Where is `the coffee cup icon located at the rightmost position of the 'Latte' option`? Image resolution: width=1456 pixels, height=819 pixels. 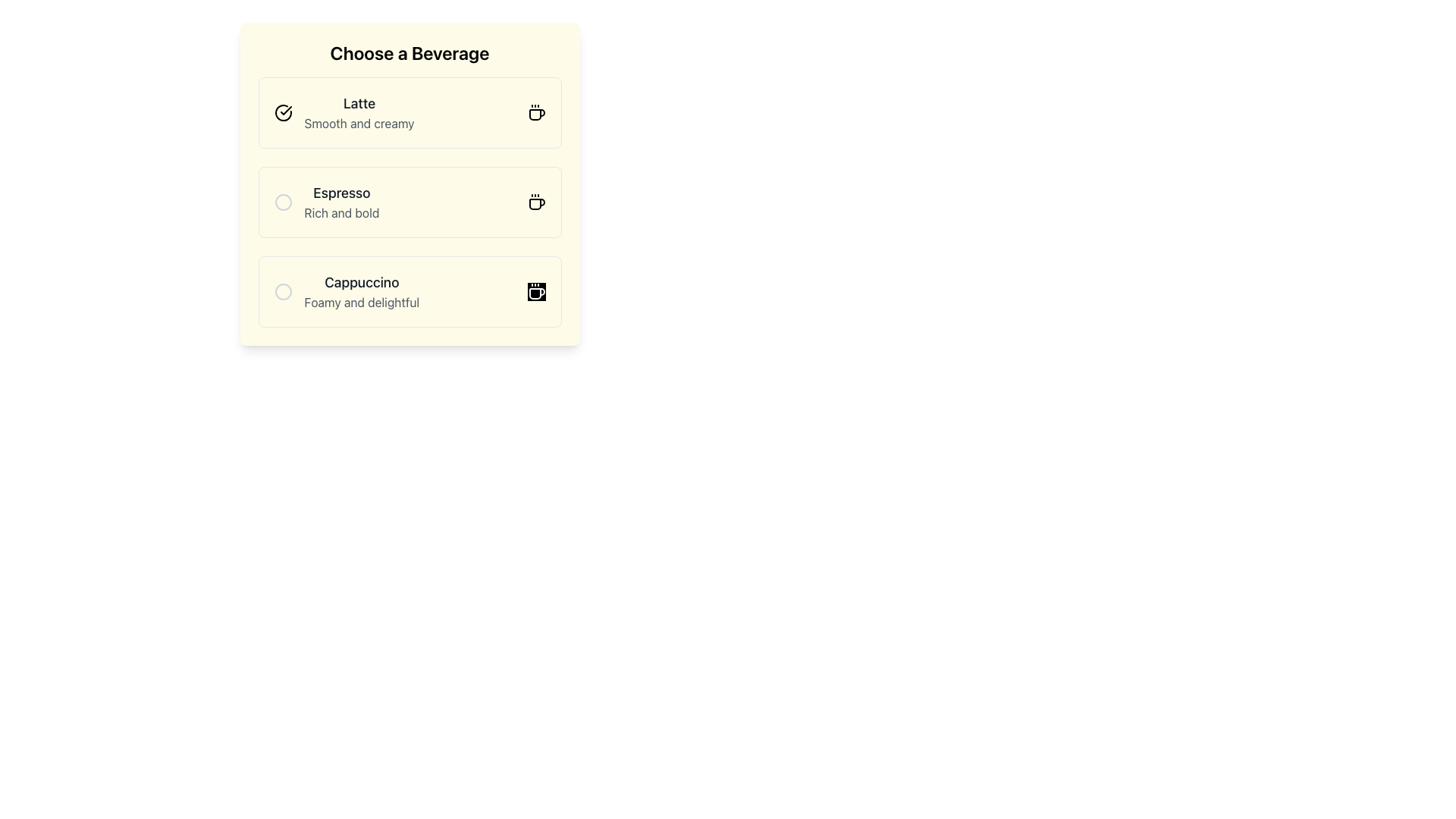 the coffee cup icon located at the rightmost position of the 'Latte' option is located at coordinates (536, 112).